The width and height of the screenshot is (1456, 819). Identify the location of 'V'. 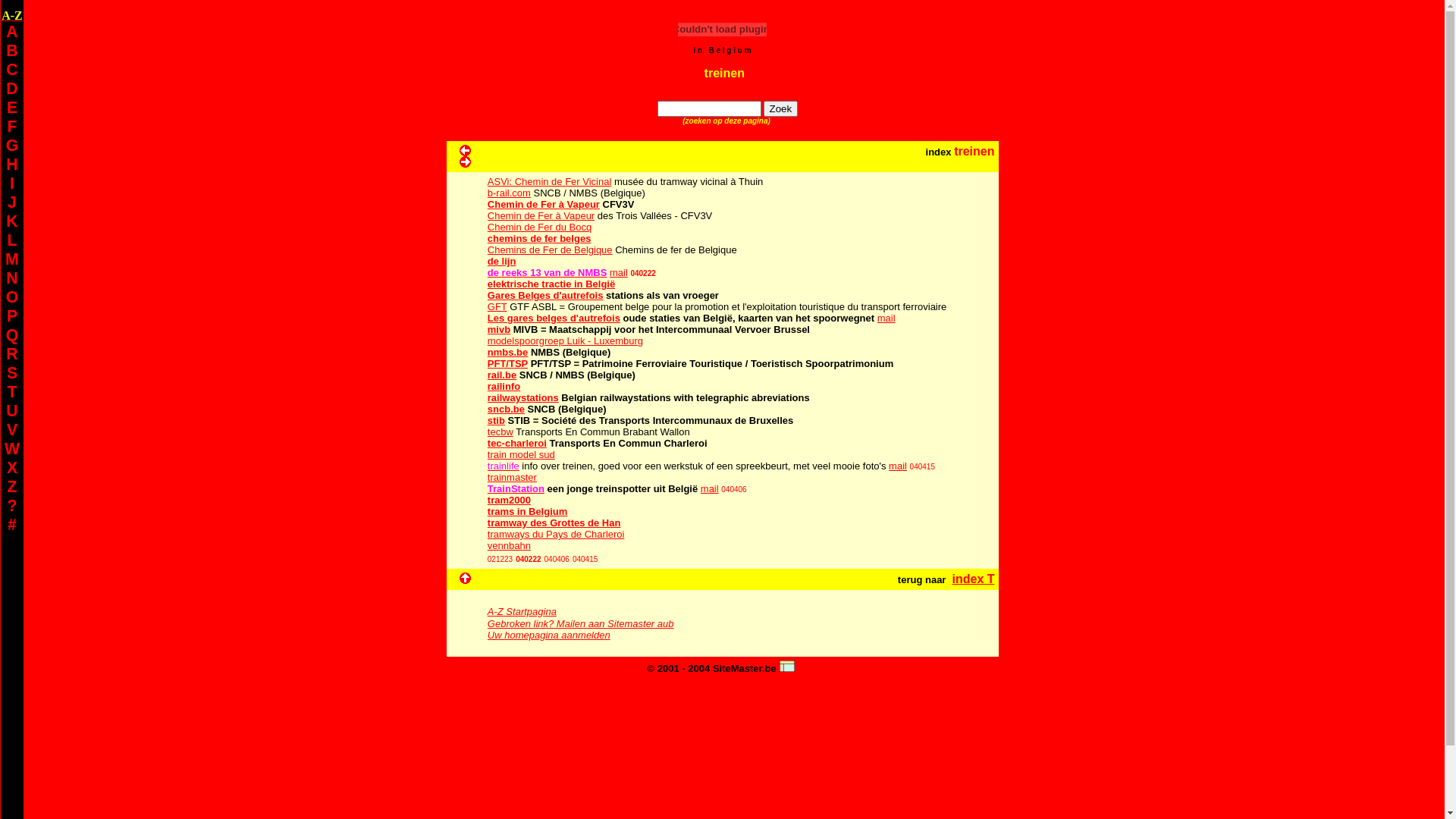
(11, 430).